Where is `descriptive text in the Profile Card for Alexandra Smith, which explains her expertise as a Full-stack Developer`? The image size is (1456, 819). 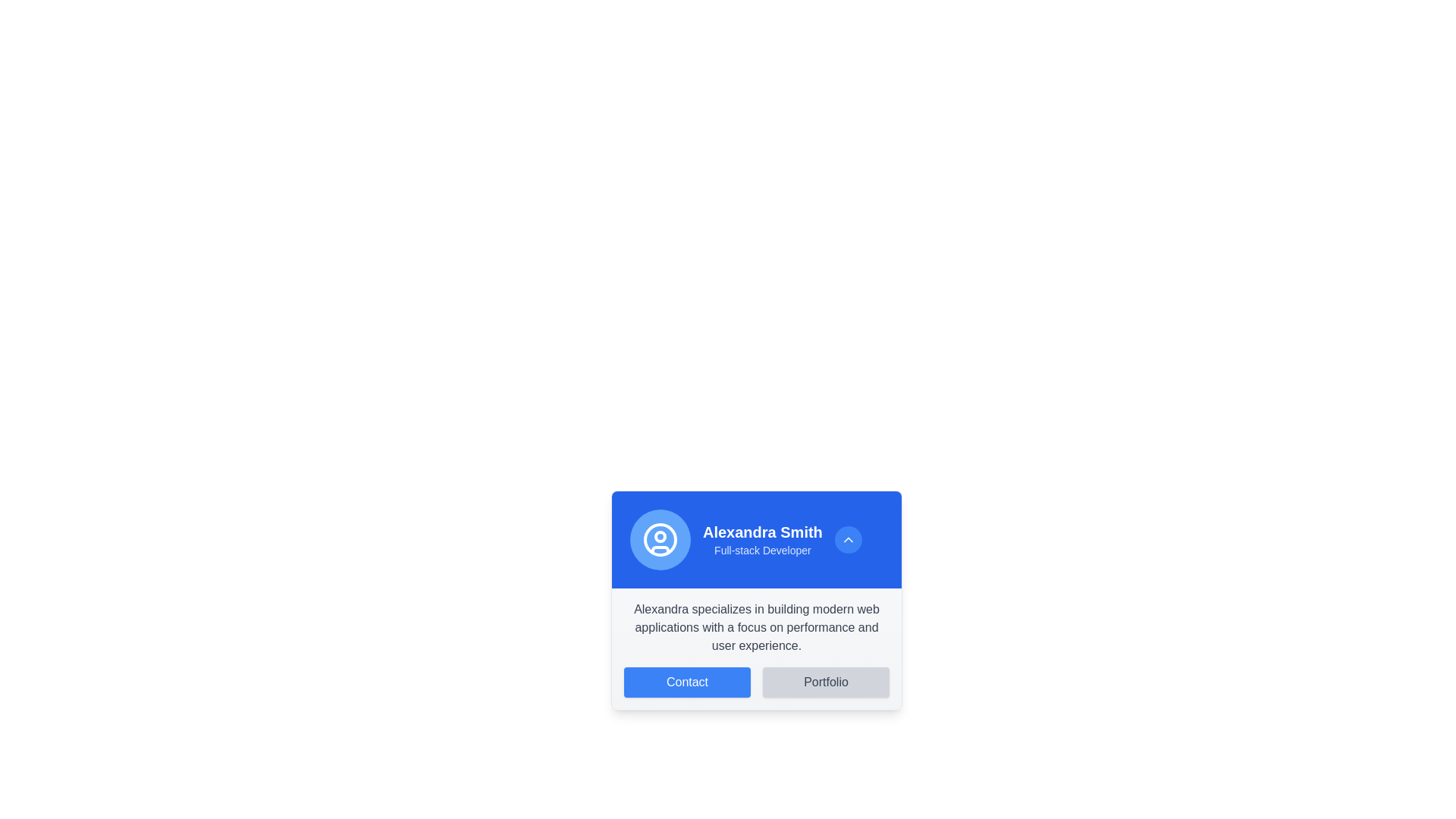 descriptive text in the Profile Card for Alexandra Smith, which explains her expertise as a Full-stack Developer is located at coordinates (757, 599).